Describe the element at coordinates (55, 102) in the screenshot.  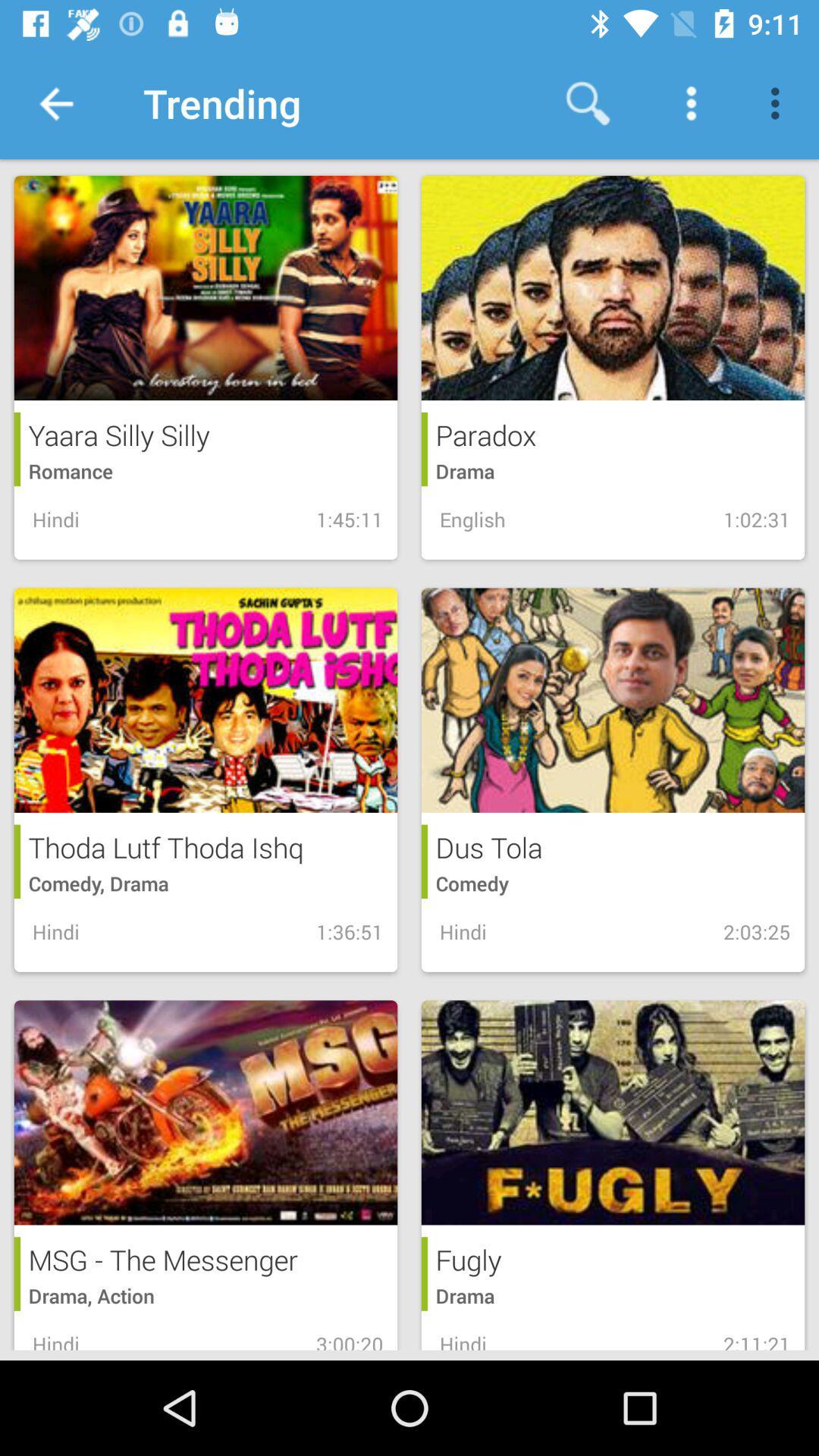
I see `the app to the left of the trending  app` at that location.